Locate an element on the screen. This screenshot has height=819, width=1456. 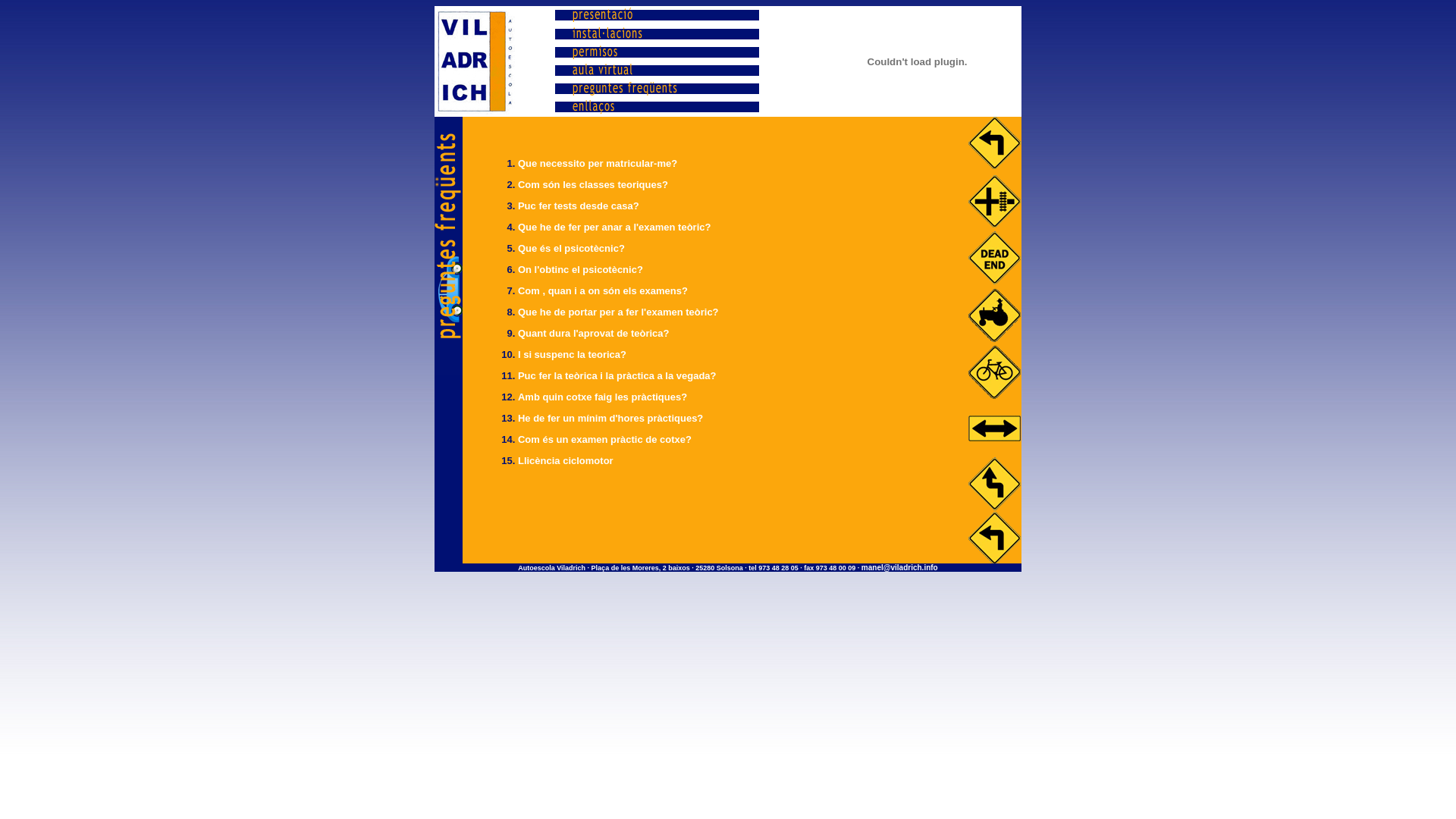
'I si suspenc la teorica?' is located at coordinates (571, 354).